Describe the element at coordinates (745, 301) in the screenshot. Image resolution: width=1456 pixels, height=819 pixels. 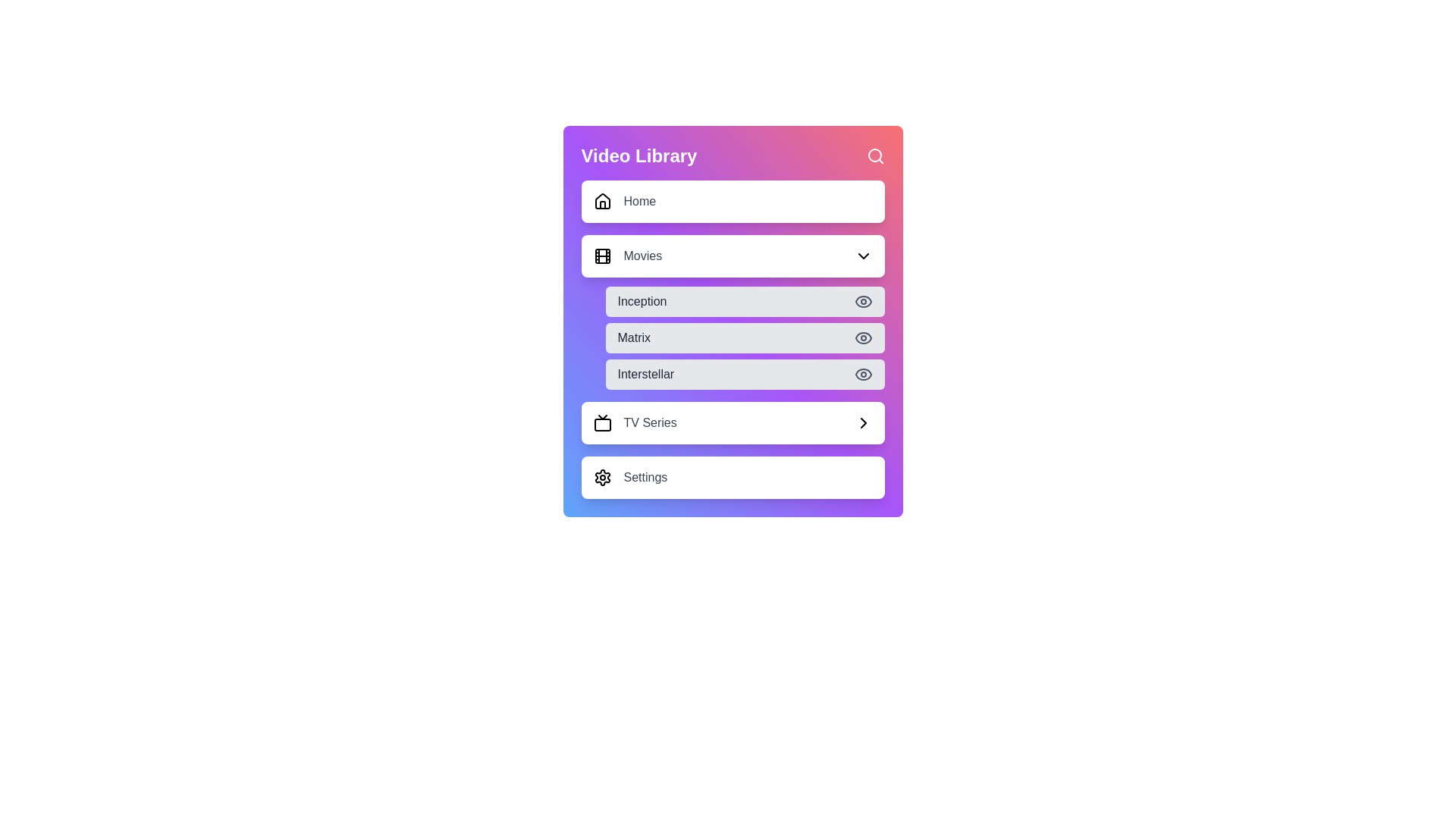
I see `the 'Inception' menu item, which is the first entry in the list of movies under the 'Movies' category` at that location.